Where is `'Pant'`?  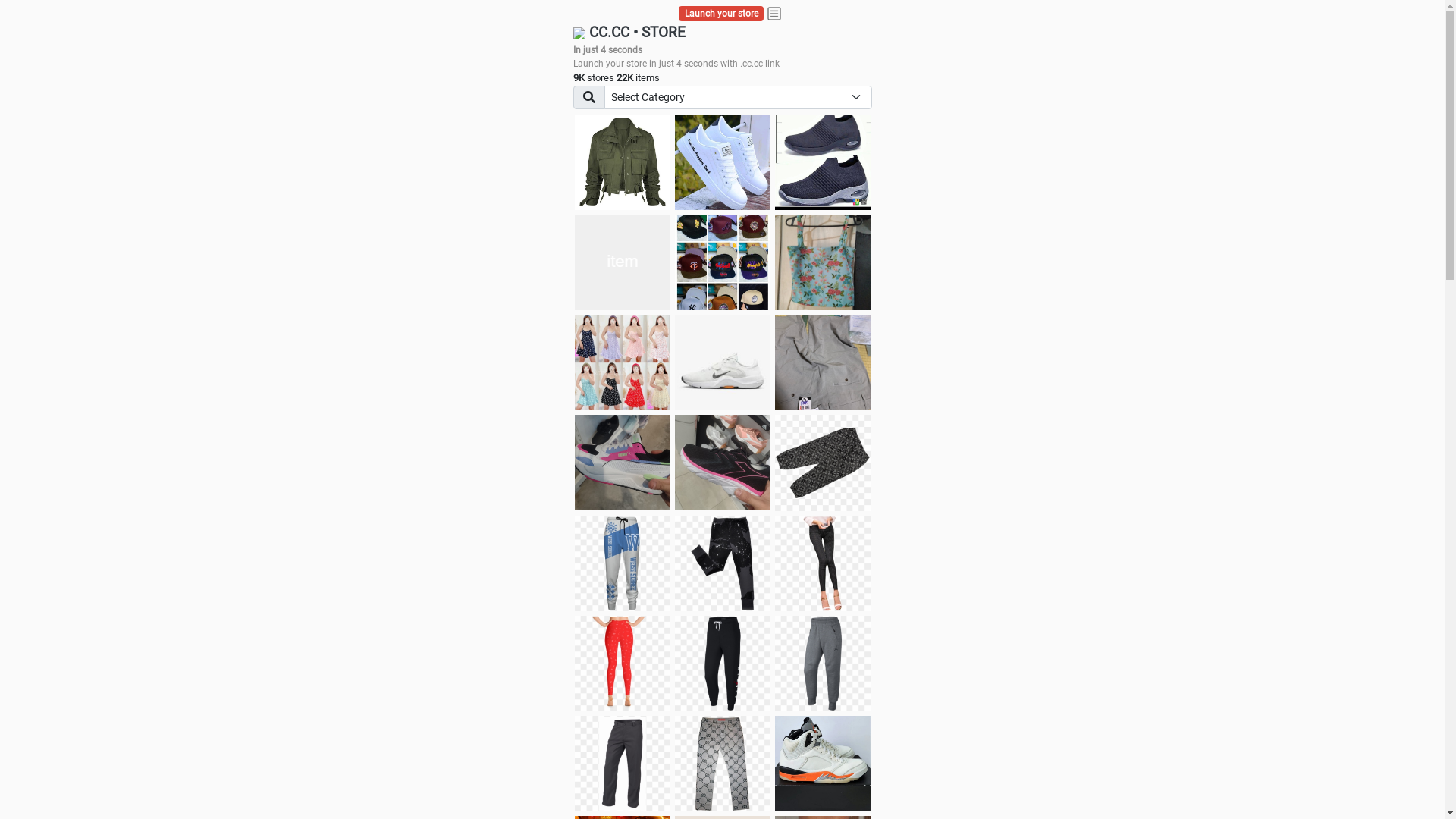
'Pant' is located at coordinates (622, 763).